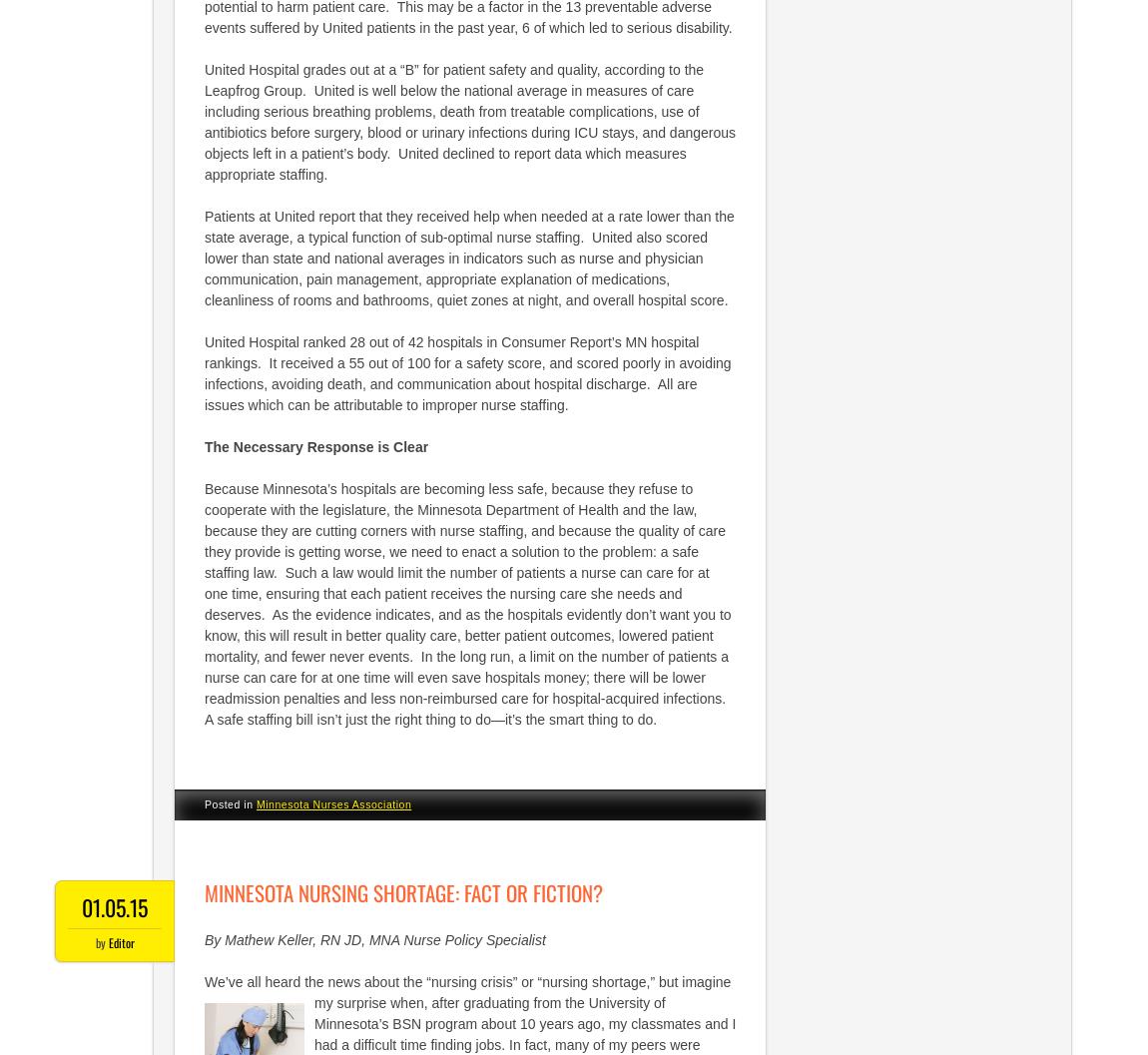 The height and width of the screenshot is (1055, 1148). I want to click on 'Minnesota Nurses Association', so click(332, 803).